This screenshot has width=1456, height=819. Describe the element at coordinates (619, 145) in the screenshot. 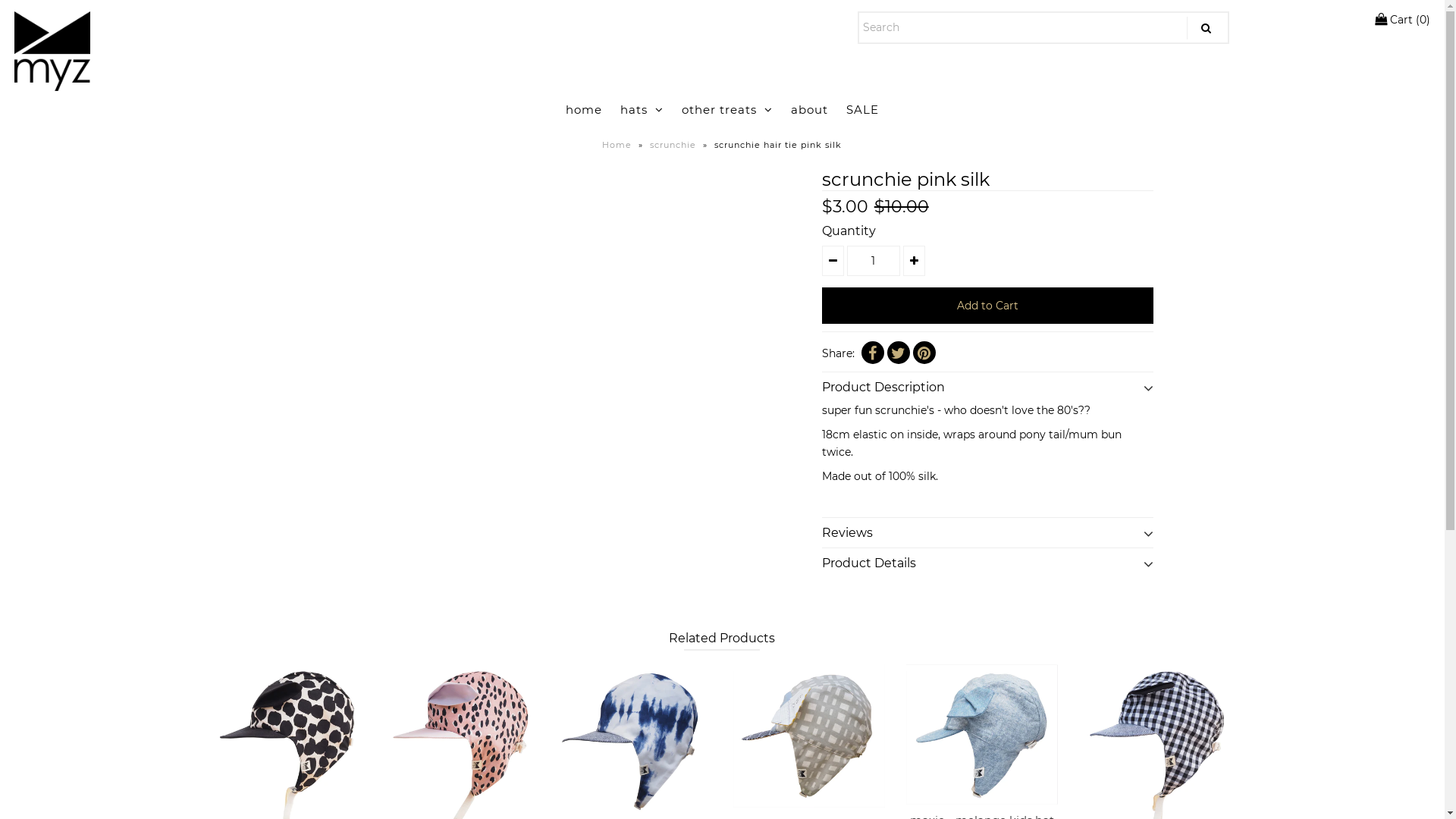

I see `'Home'` at that location.